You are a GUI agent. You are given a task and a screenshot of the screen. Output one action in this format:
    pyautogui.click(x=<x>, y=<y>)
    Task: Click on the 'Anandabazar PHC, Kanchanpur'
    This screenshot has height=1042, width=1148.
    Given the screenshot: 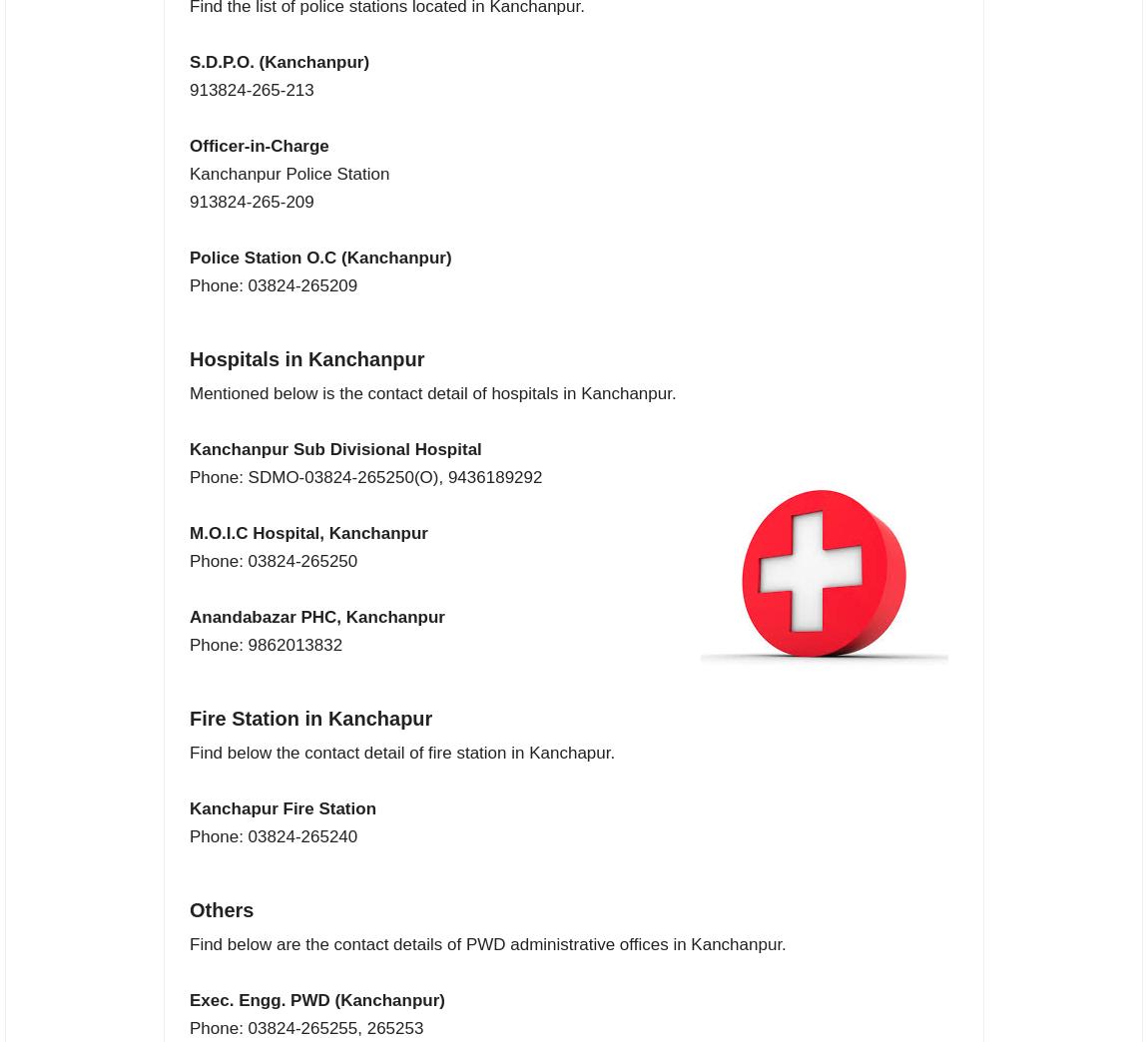 What is the action you would take?
    pyautogui.click(x=316, y=617)
    